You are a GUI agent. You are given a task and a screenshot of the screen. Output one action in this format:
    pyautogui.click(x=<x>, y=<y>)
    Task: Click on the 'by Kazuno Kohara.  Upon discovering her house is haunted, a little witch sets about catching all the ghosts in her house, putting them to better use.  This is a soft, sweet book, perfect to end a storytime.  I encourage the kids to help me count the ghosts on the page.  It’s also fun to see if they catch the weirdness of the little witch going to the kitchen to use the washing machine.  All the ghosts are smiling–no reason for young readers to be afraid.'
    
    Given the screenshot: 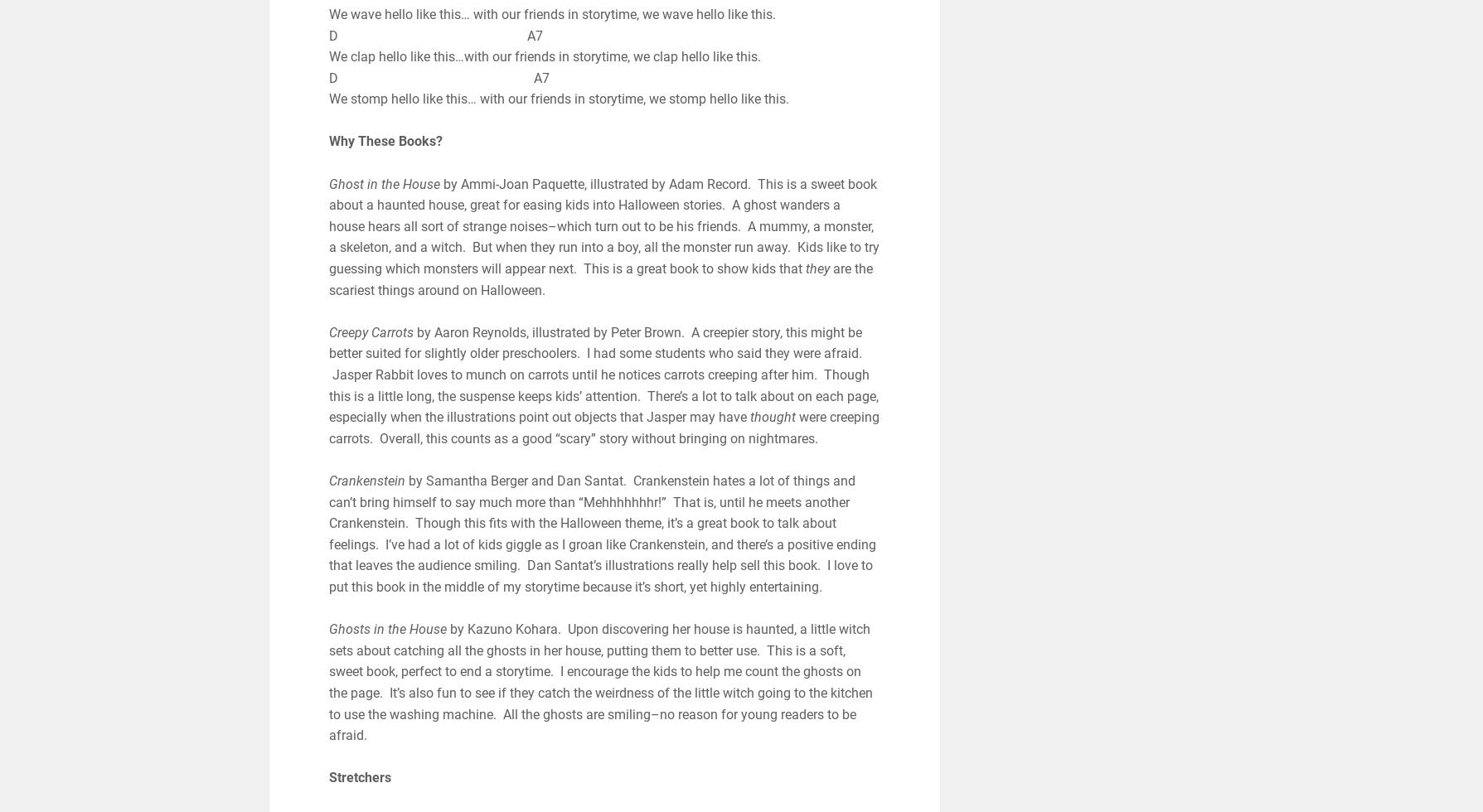 What is the action you would take?
    pyautogui.click(x=600, y=682)
    